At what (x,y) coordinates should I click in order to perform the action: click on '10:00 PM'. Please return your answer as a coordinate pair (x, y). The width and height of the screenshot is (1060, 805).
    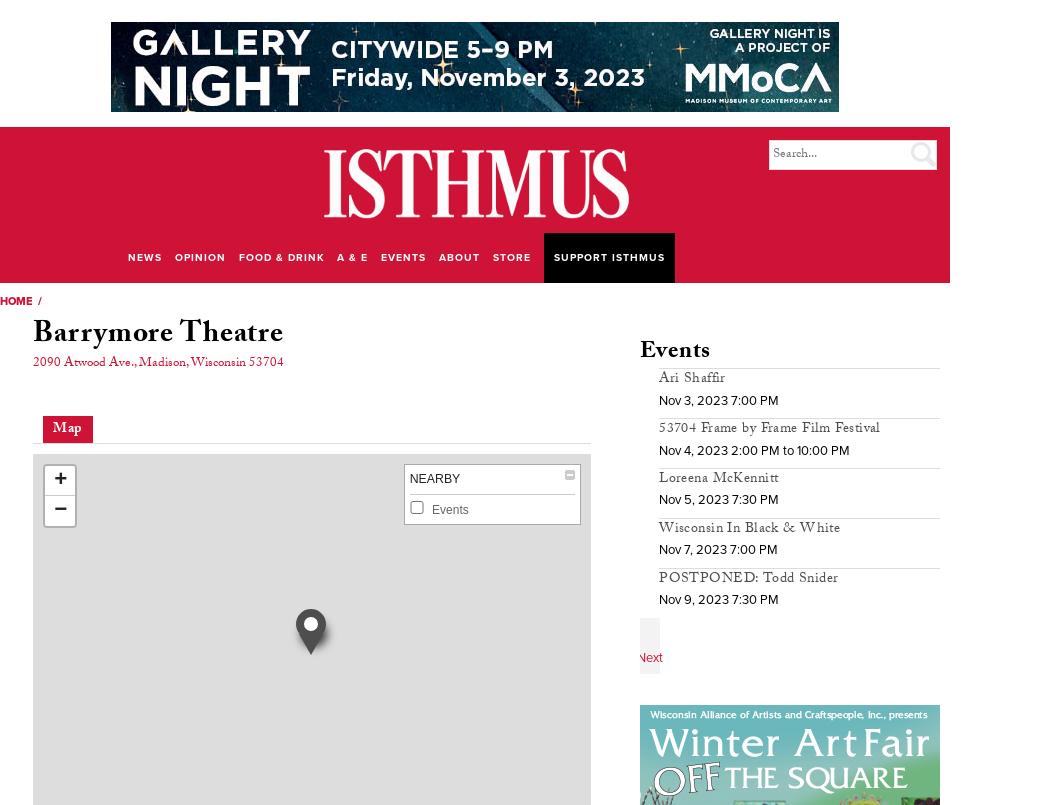
    Looking at the image, I should click on (823, 448).